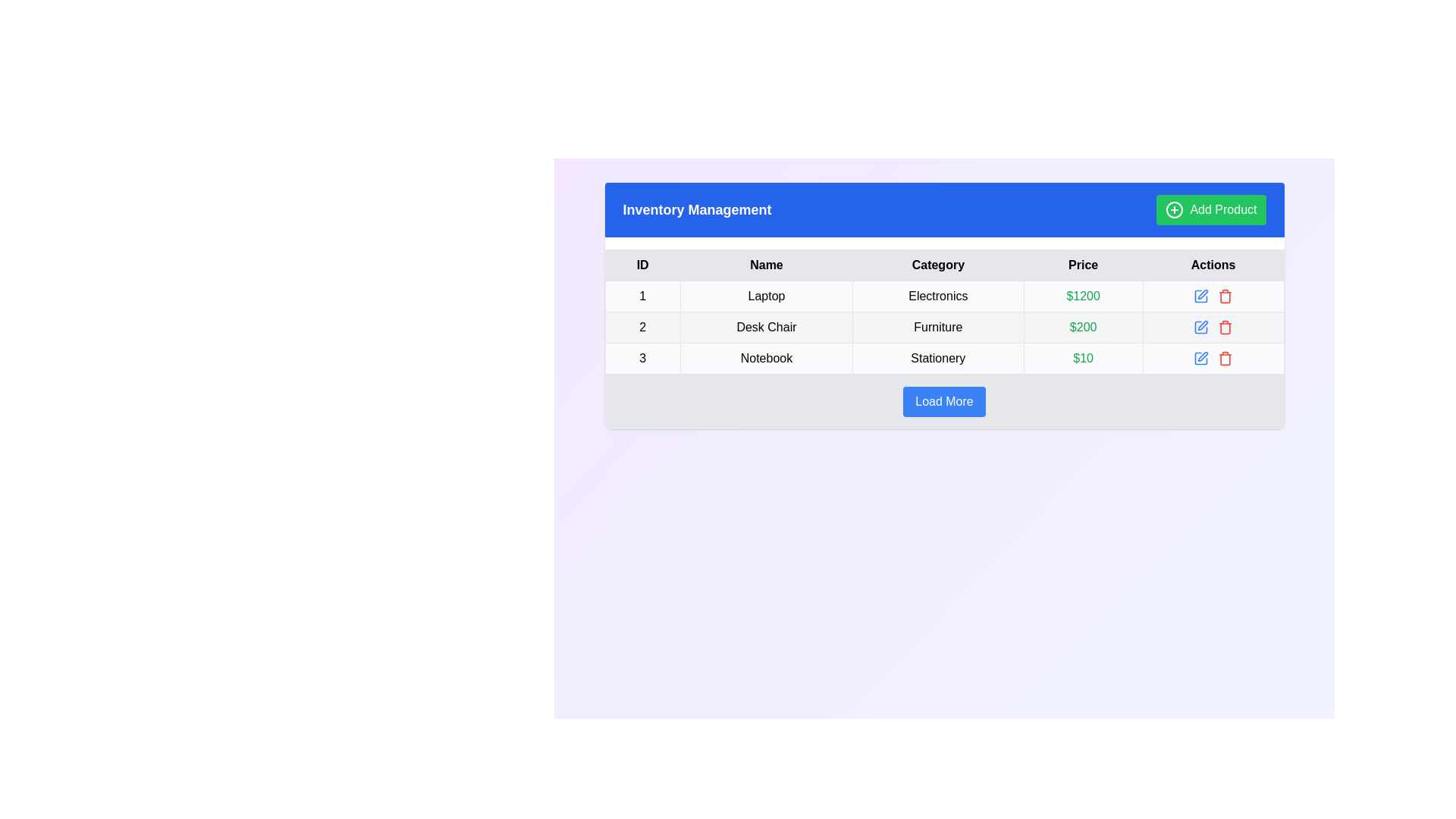 The height and width of the screenshot is (819, 1456). What do you see at coordinates (642, 296) in the screenshot?
I see `the bold number '1' text label located in the first column of the first row of a table under the 'ID' header, which is part of a row for 'Laptop' in 'Electronics'` at bounding box center [642, 296].